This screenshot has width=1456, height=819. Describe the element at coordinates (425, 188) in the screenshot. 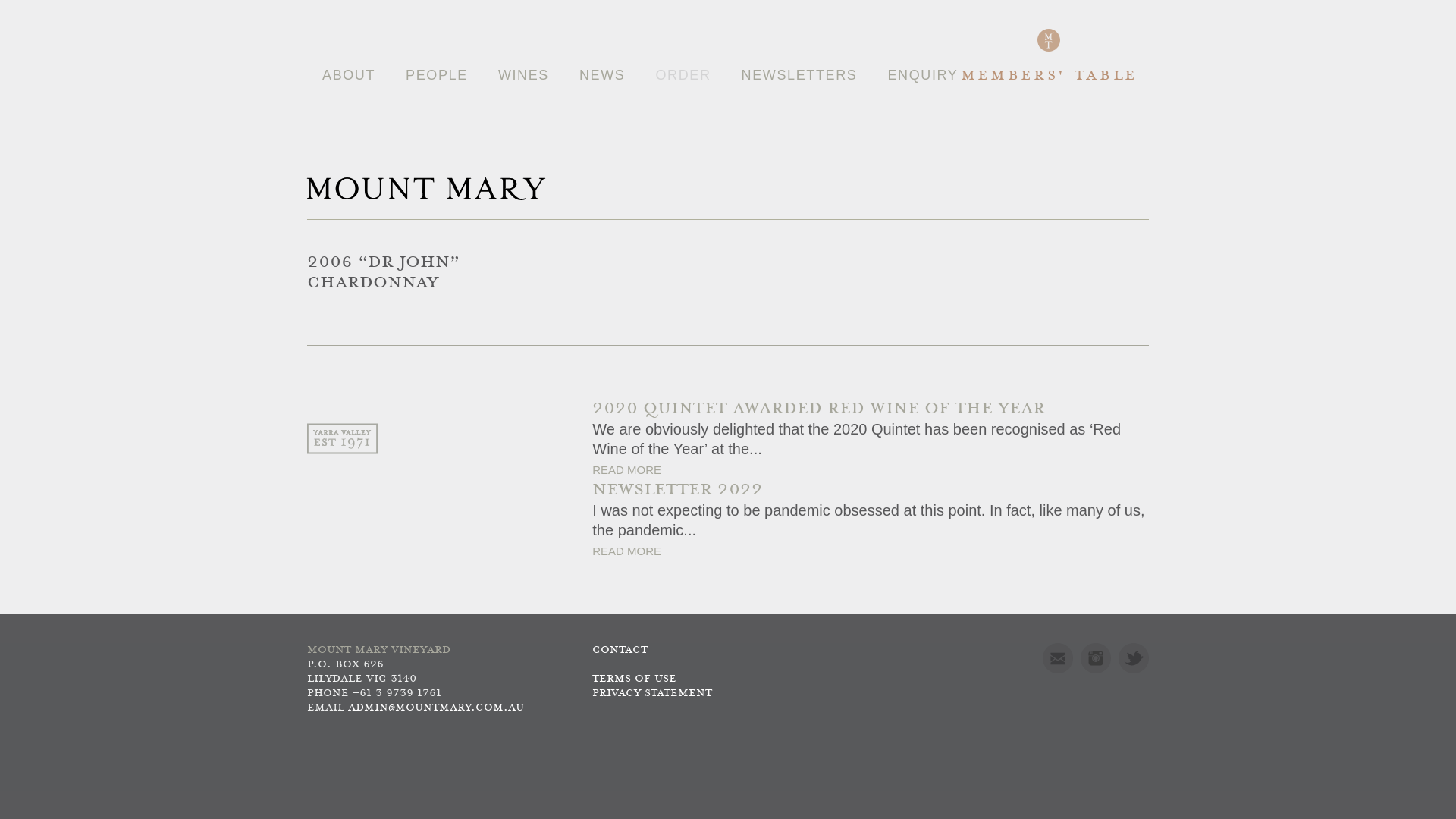

I see `'MOUNT MARY'` at that location.